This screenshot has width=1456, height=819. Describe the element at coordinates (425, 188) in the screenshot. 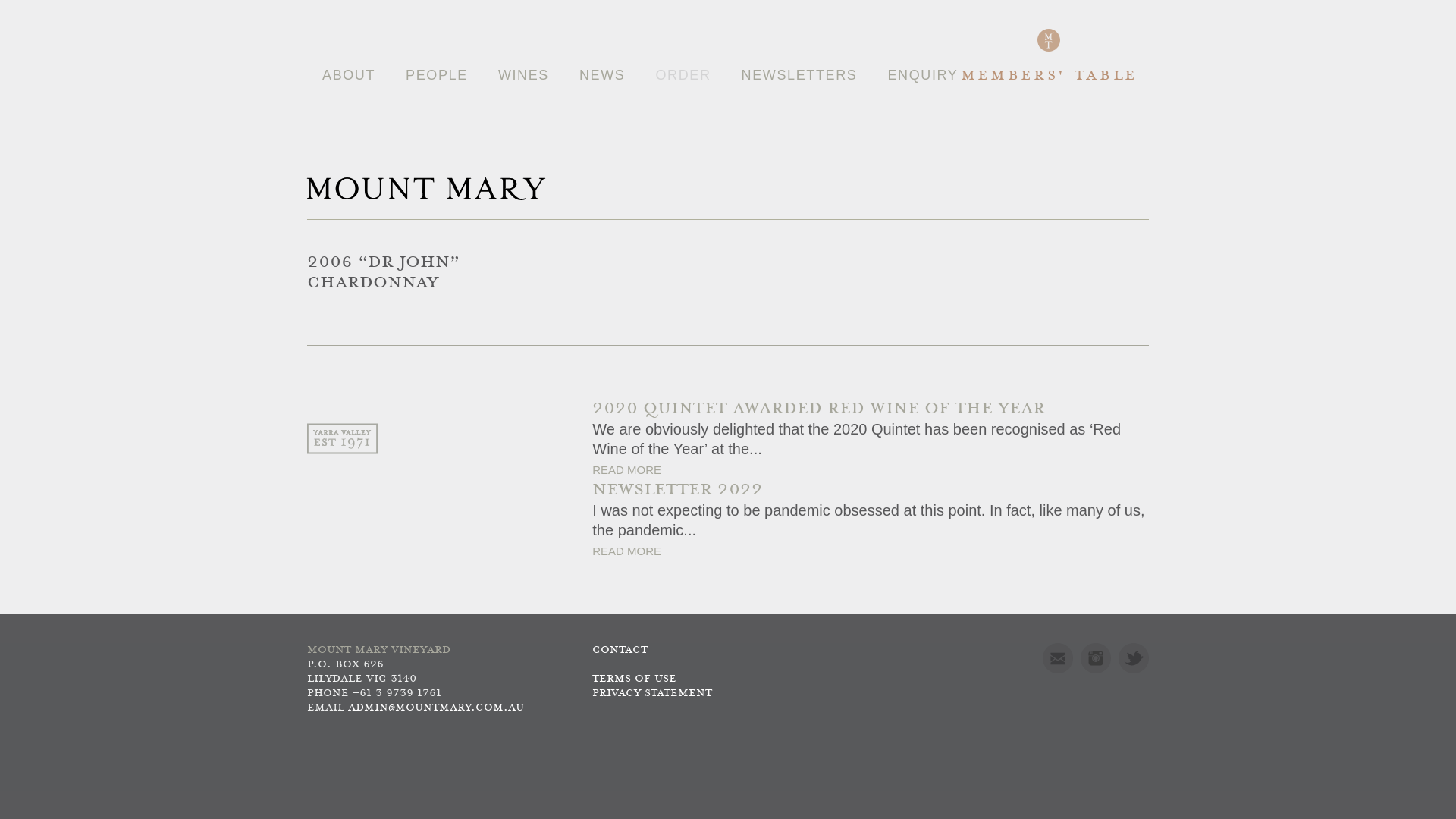

I see `'MOUNT MARY'` at that location.